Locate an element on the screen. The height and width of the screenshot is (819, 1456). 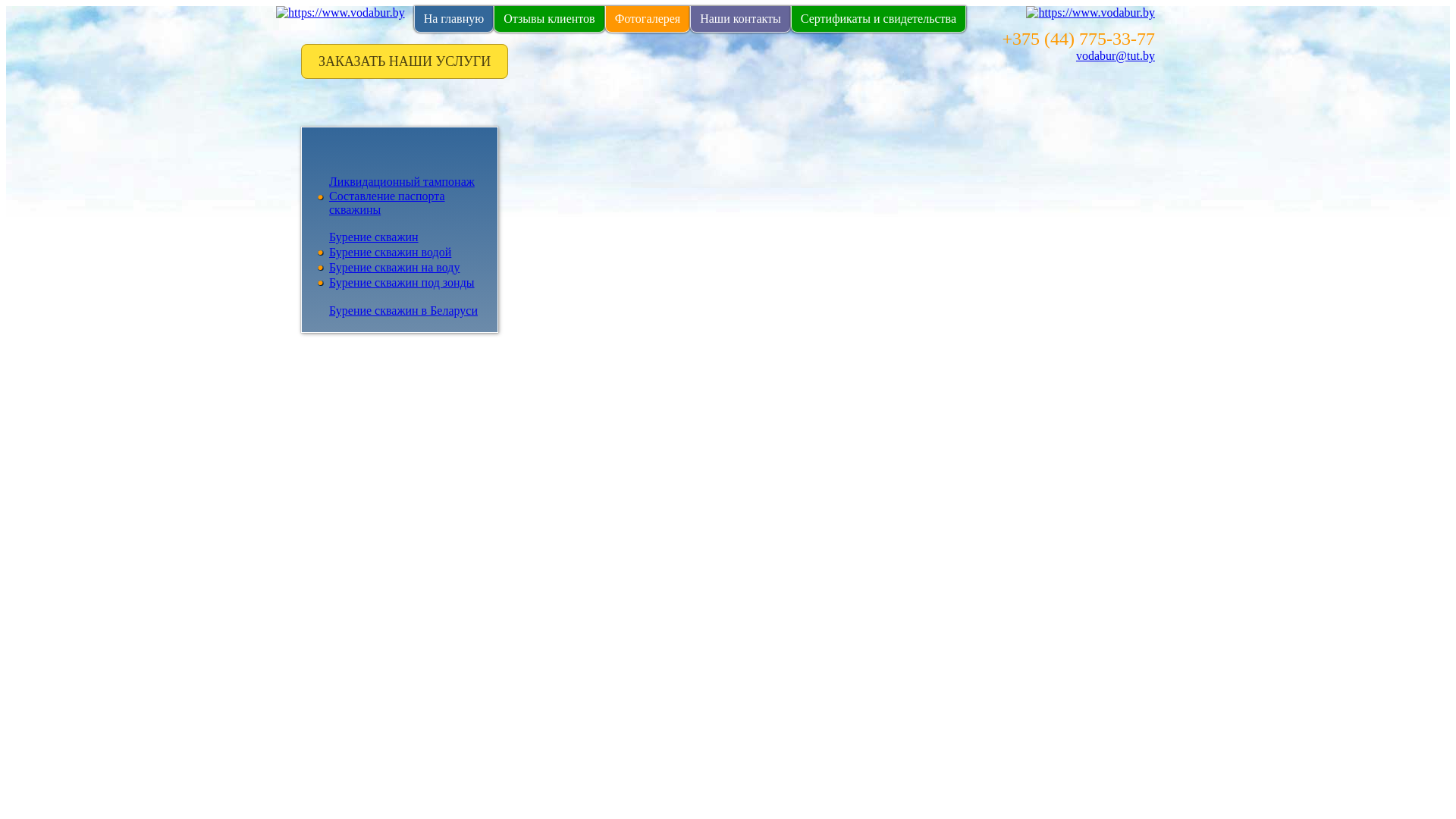
'https://www.vodabur.by' is located at coordinates (1090, 12).